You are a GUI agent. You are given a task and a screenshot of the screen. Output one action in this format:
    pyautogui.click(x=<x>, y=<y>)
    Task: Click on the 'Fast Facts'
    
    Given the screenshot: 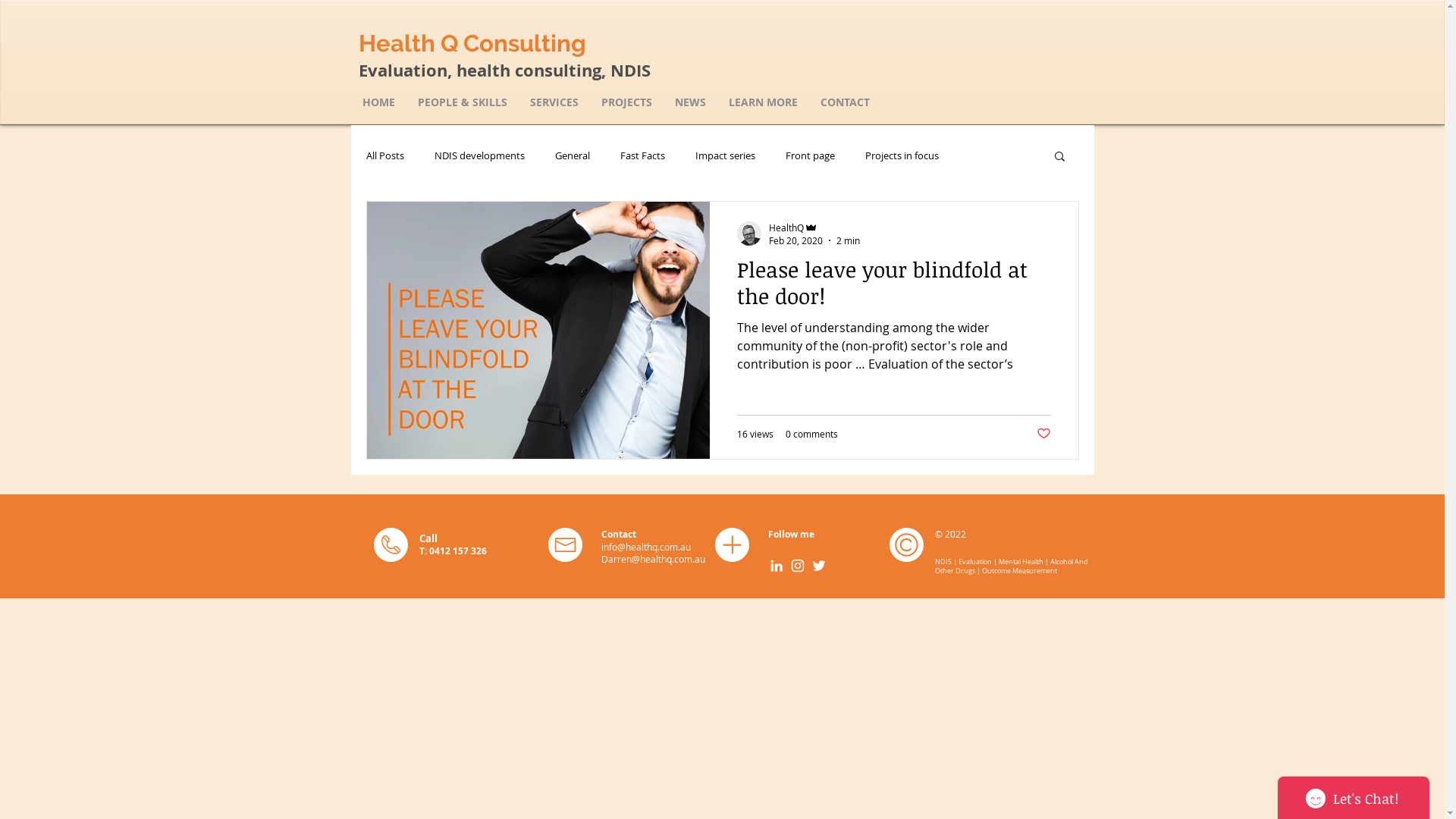 What is the action you would take?
    pyautogui.click(x=642, y=155)
    